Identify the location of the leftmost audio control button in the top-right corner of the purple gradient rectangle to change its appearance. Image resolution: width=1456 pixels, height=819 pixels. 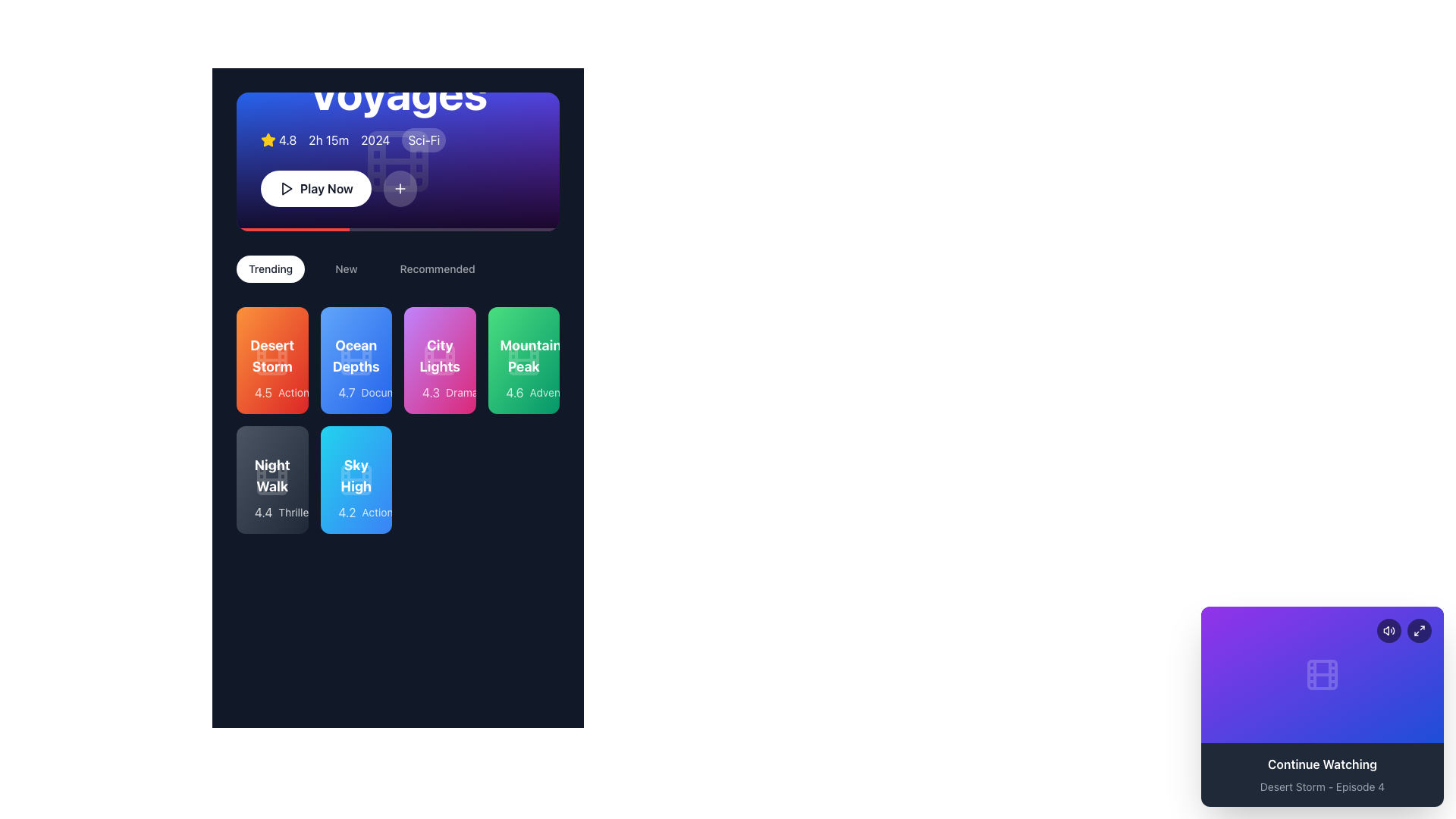
(1389, 631).